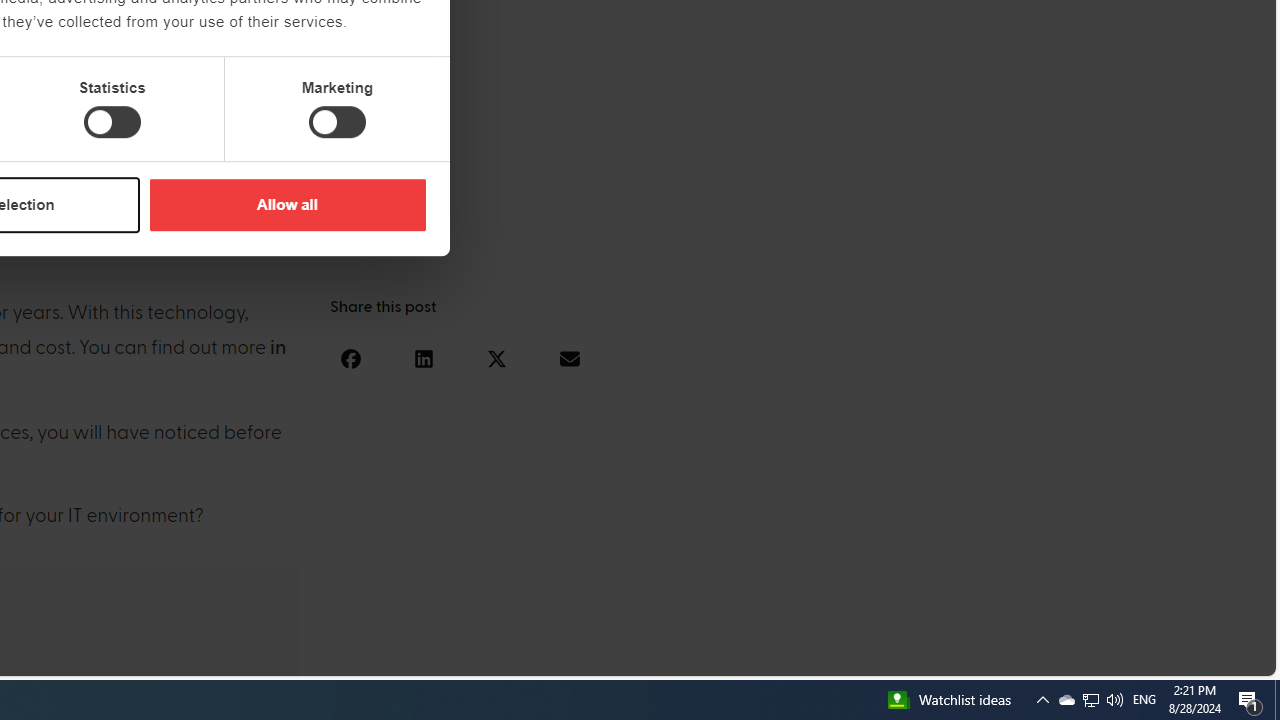 The image size is (1280, 720). Describe the element at coordinates (286, 204) in the screenshot. I see `'Allow all'` at that location.